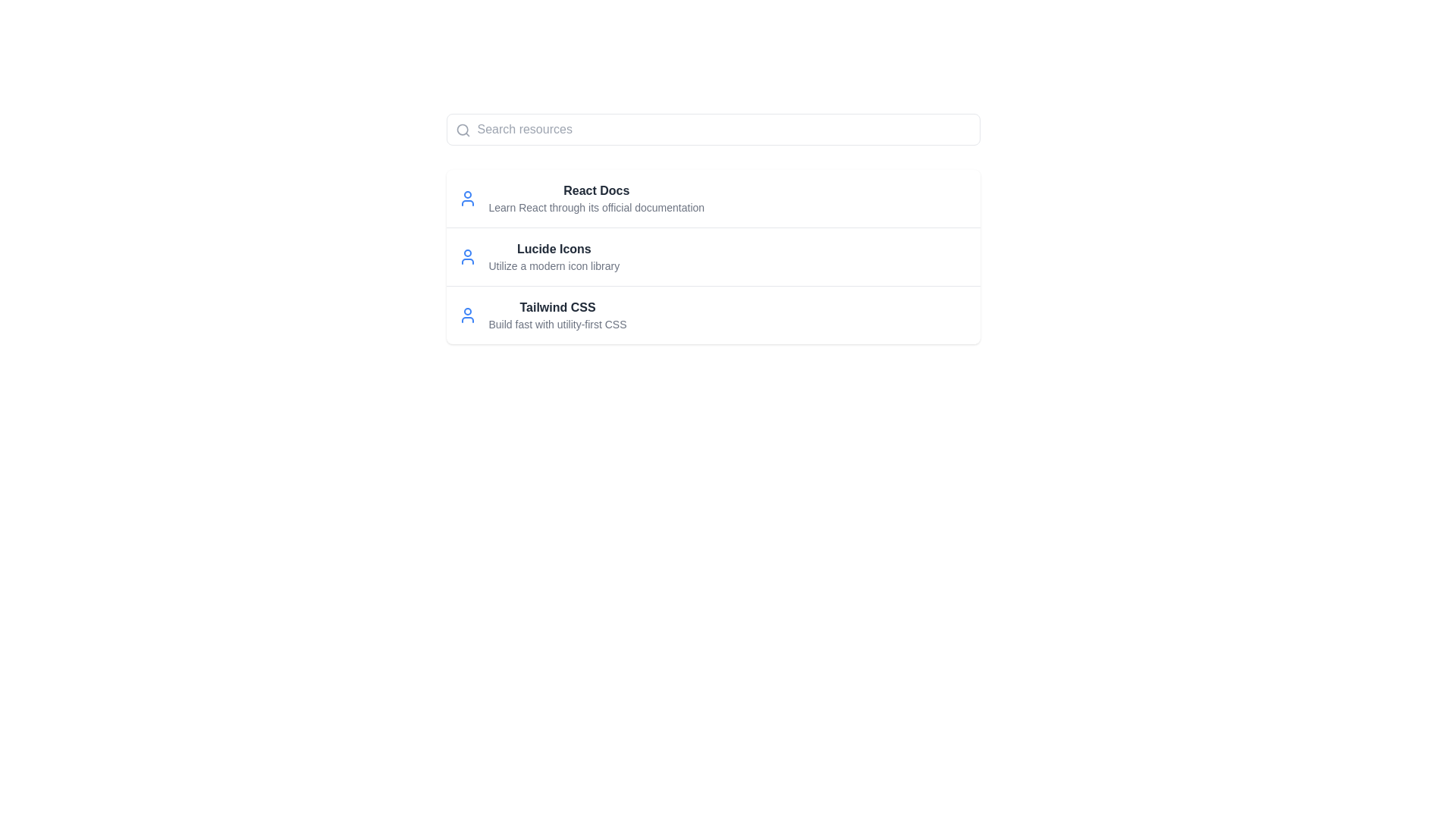 The width and height of the screenshot is (1456, 819). Describe the element at coordinates (462, 130) in the screenshot. I see `the magnifying glass icon located at the top-left corner of the input field to initiate a search action` at that location.